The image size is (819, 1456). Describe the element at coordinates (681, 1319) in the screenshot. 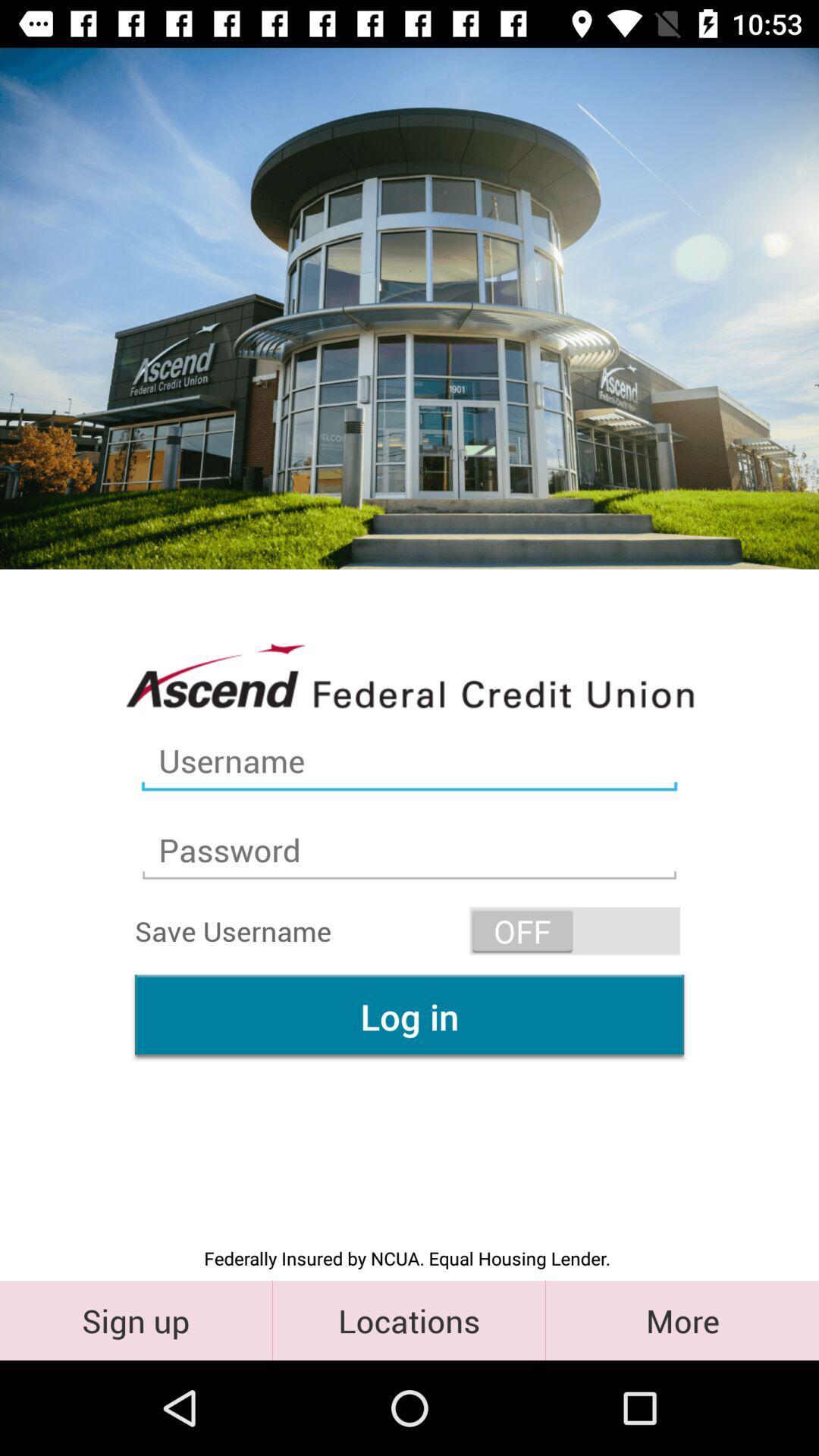

I see `the icon to the right of the locations` at that location.